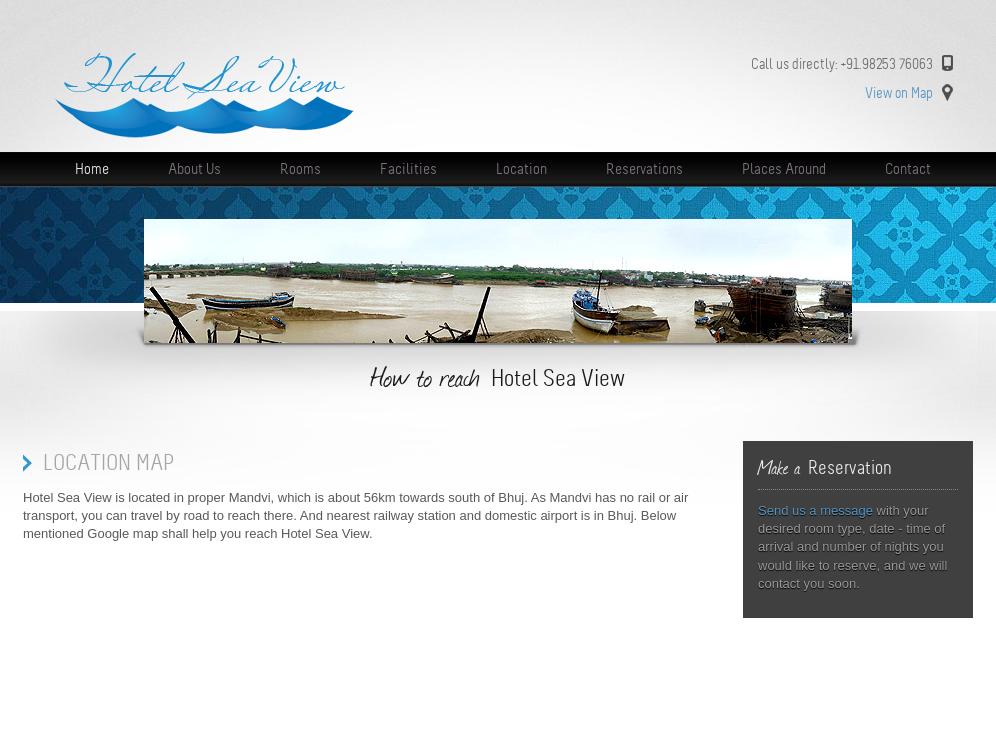 Image resolution: width=996 pixels, height=755 pixels. Describe the element at coordinates (757, 465) in the screenshot. I see `'Make a'` at that location.